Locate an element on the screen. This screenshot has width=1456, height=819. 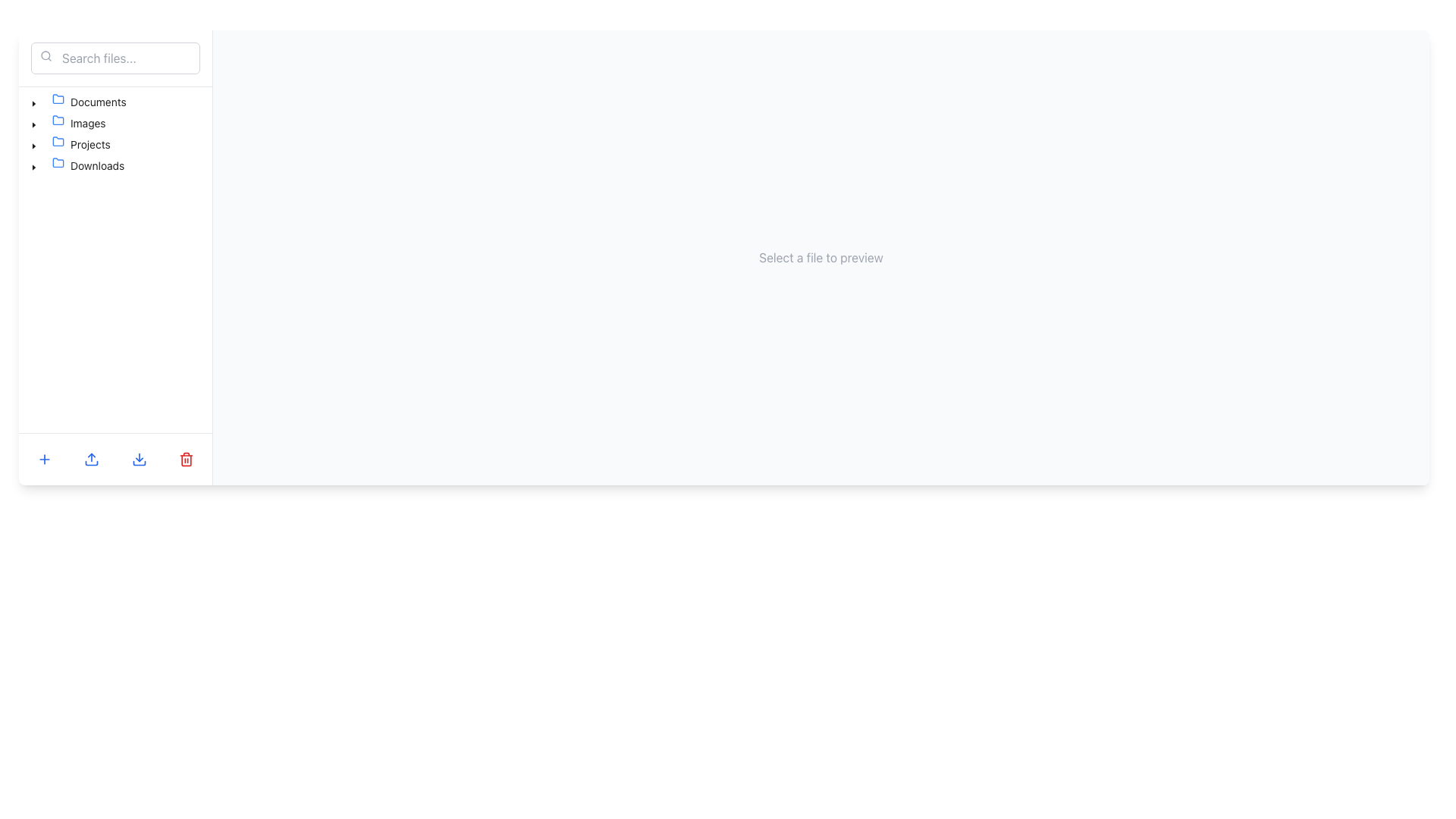
the navigational folder icon located to the left of the 'Documents' label in the vertical list is located at coordinates (58, 99).